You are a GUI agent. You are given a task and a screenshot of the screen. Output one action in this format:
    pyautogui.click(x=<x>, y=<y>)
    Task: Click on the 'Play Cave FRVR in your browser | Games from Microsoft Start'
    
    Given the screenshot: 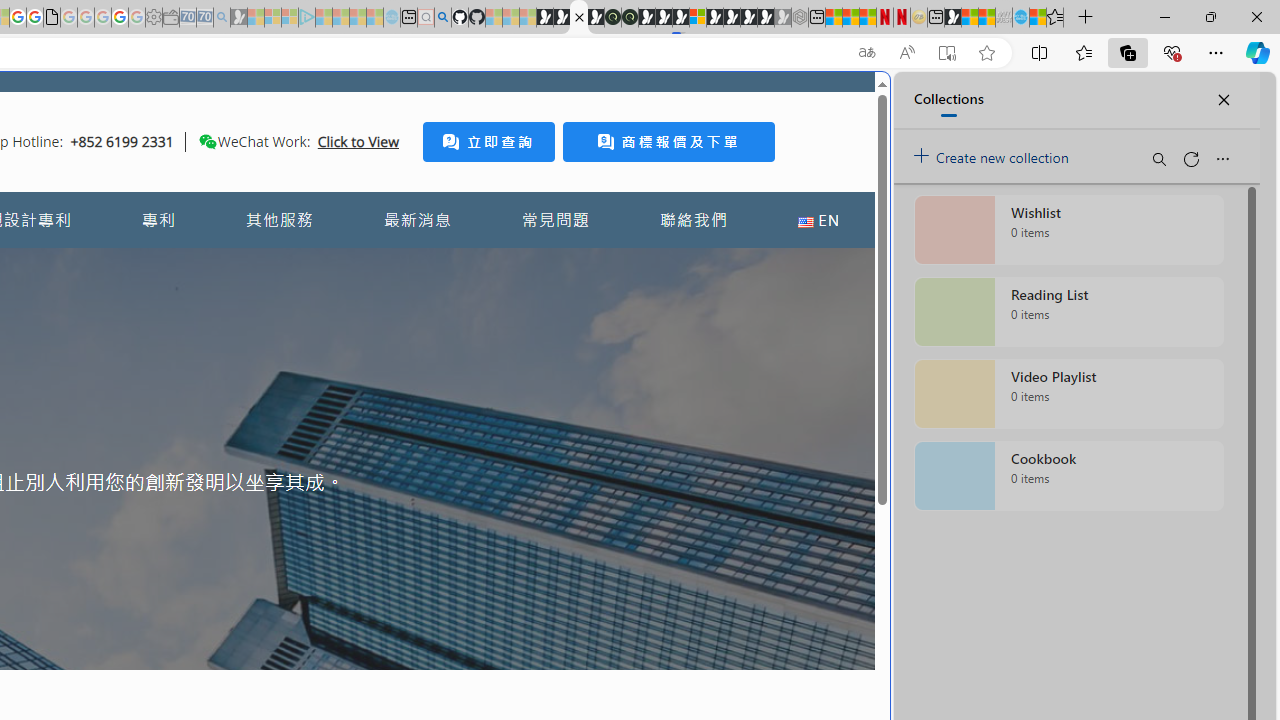 What is the action you would take?
    pyautogui.click(x=663, y=17)
    